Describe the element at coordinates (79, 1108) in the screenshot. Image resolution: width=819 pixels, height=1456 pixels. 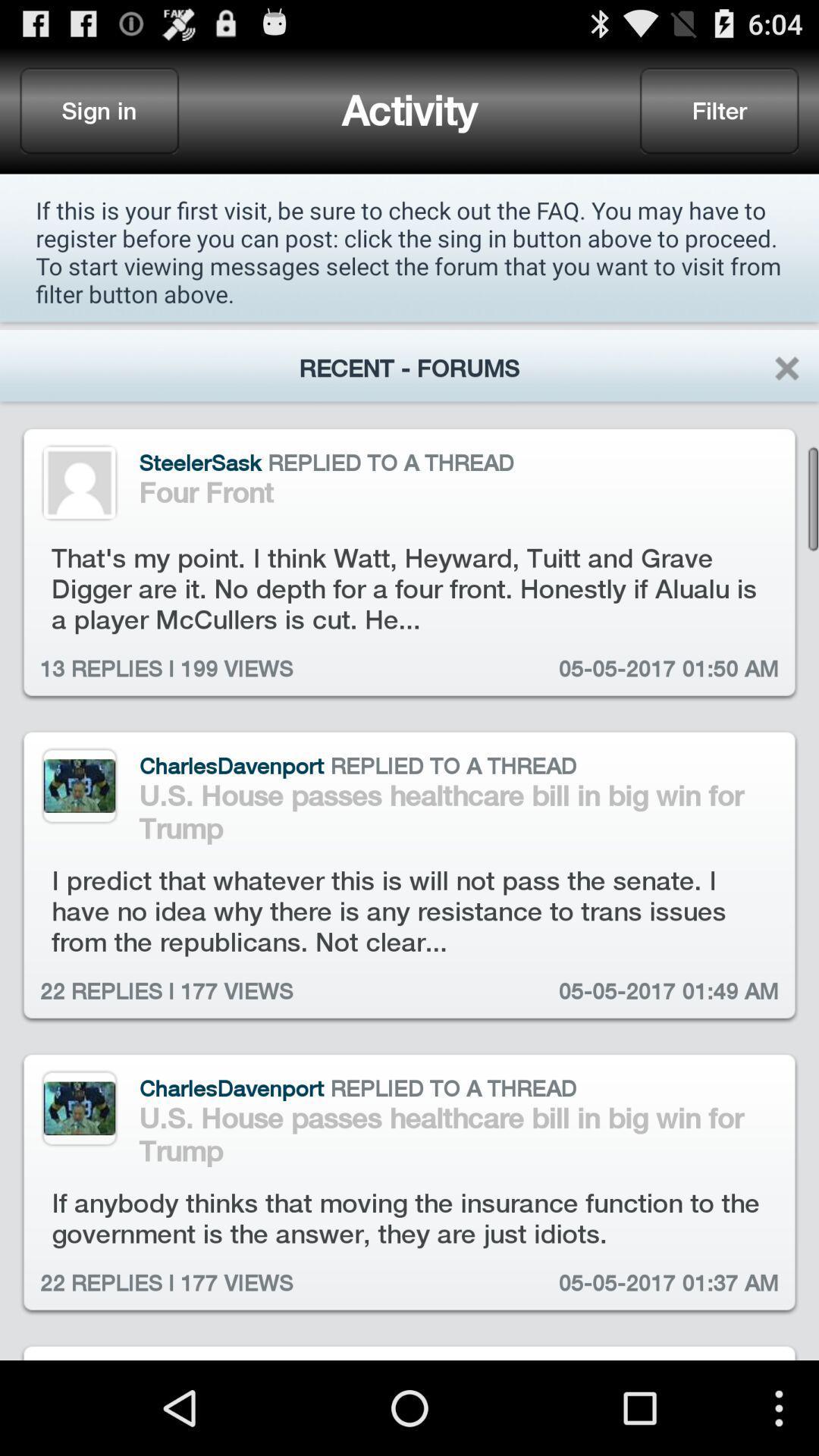
I see `profile photo` at that location.